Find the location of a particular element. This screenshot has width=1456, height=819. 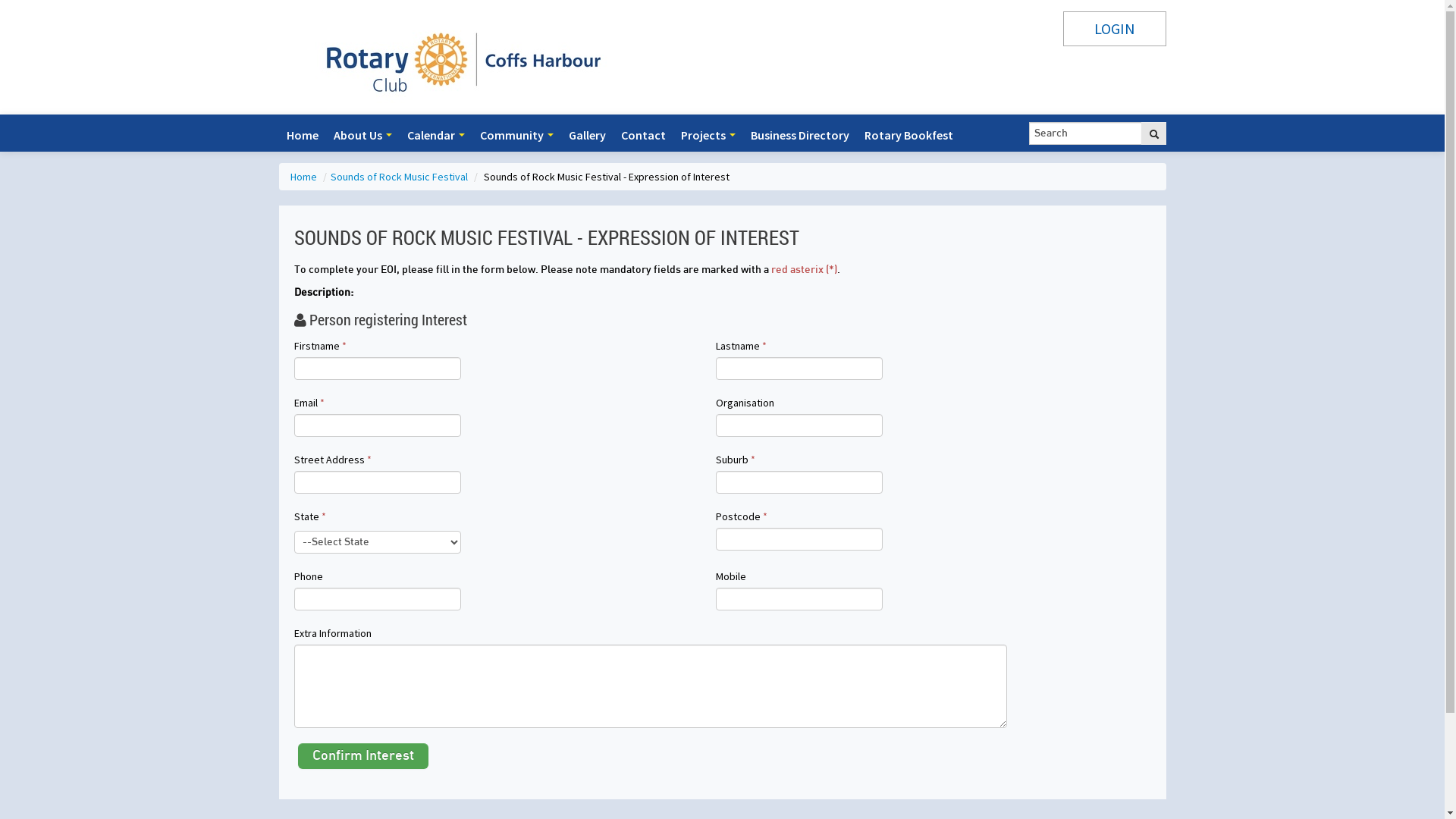

'Home' is located at coordinates (279, 133).